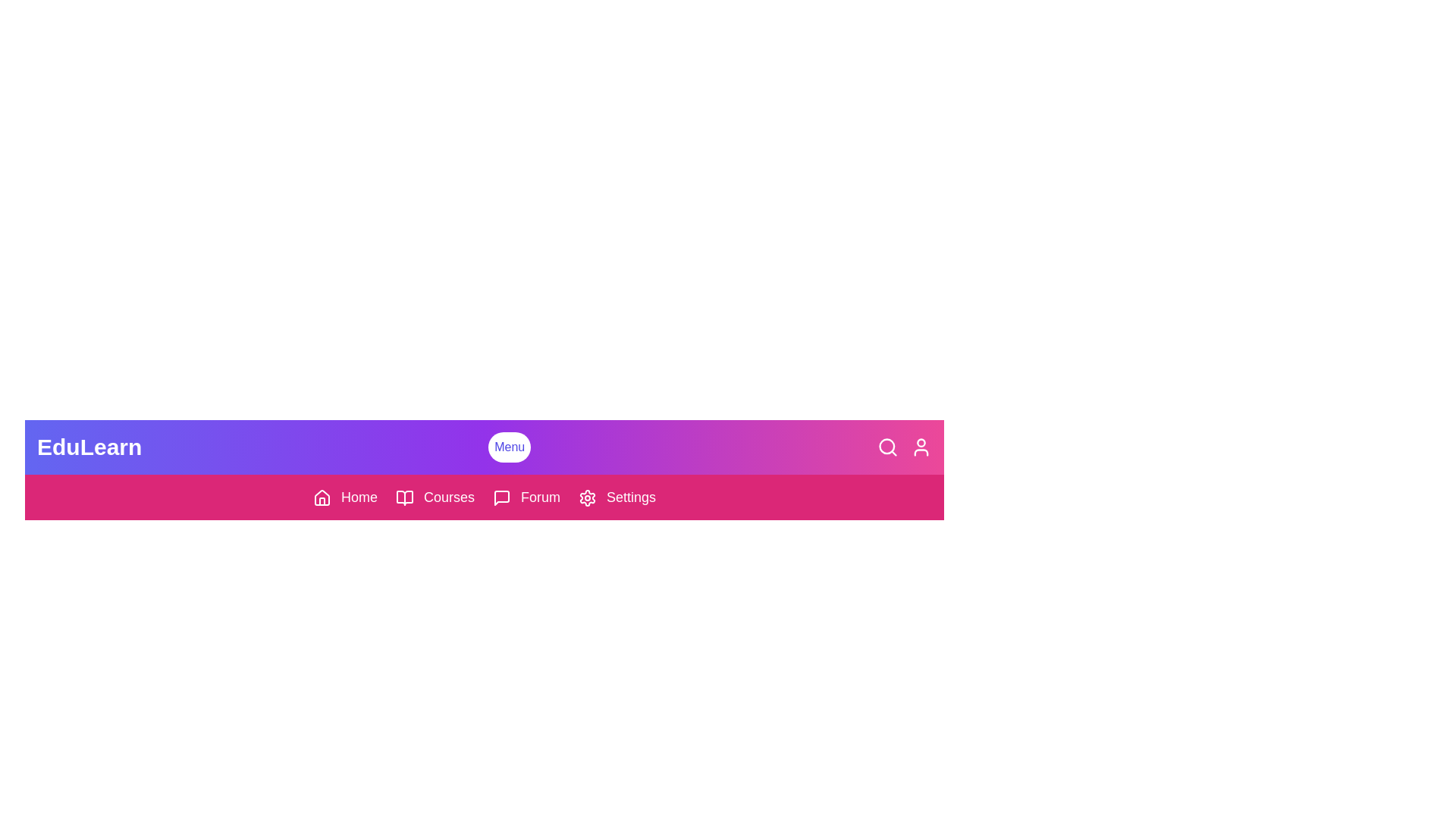 The width and height of the screenshot is (1456, 819). I want to click on the 'Forum' navigation link, so click(526, 497).